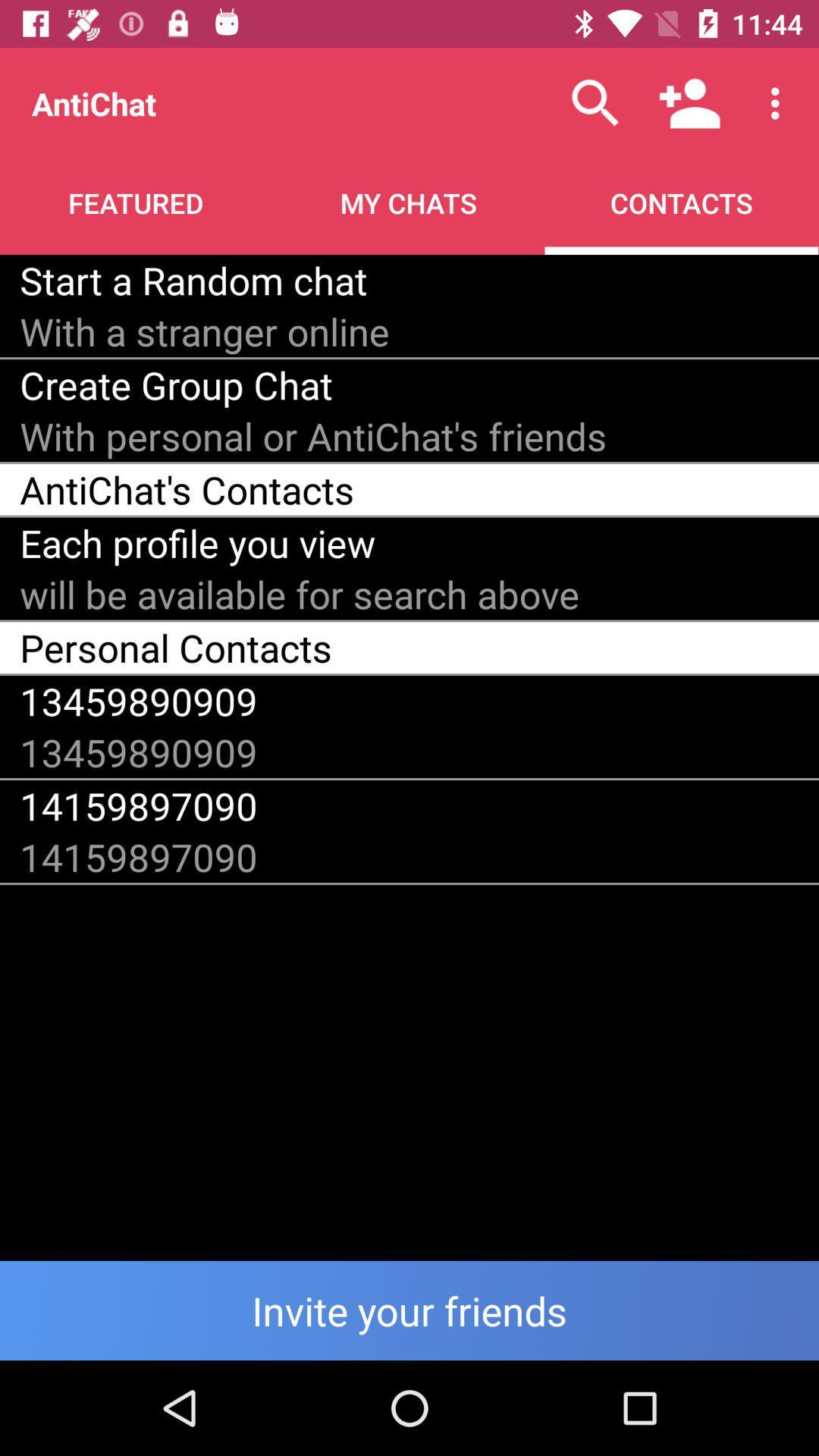  I want to click on friends, so click(409, 1310).